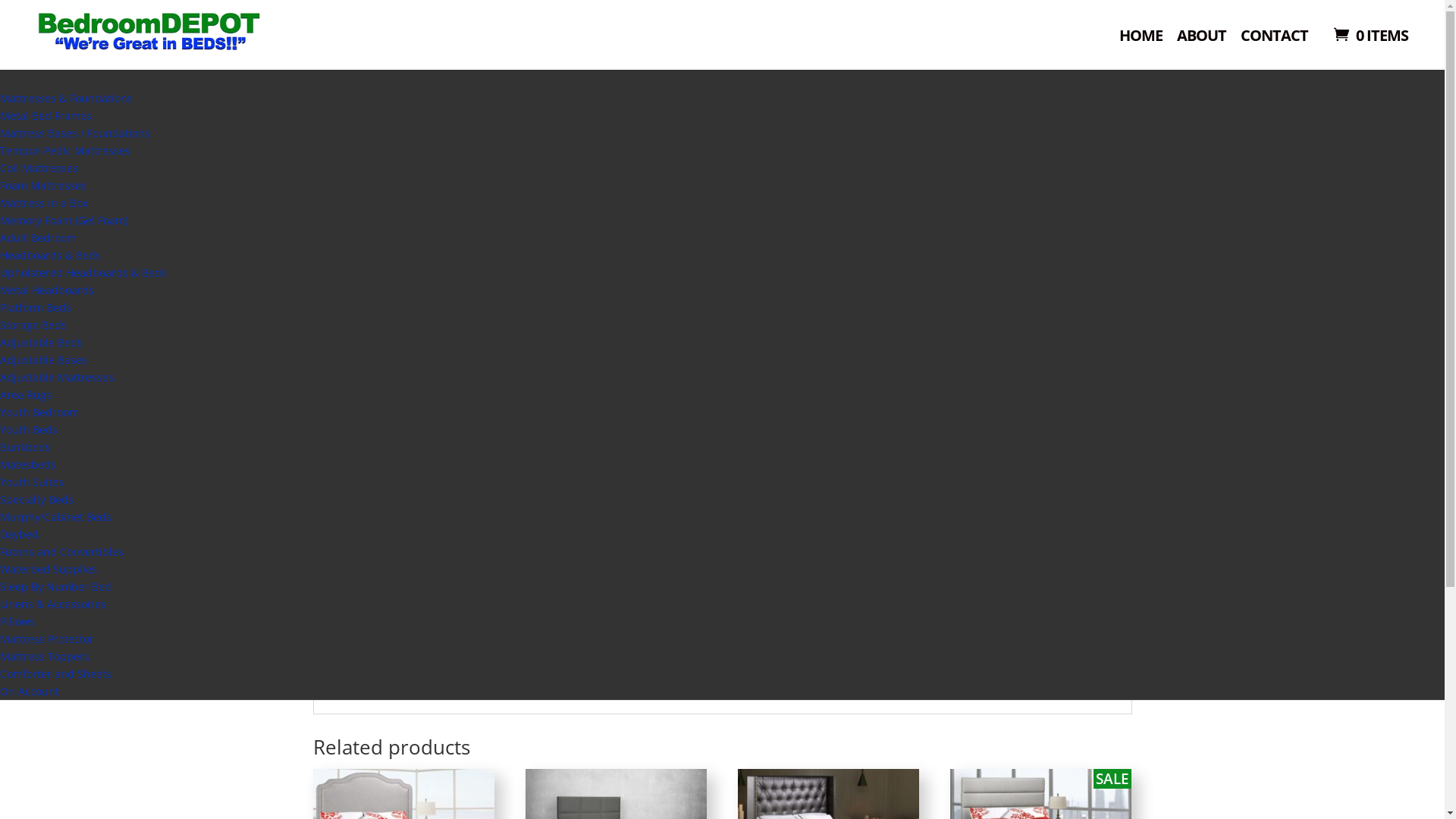 The width and height of the screenshot is (1456, 819). I want to click on 'Sleep By Number Bed', so click(0, 585).